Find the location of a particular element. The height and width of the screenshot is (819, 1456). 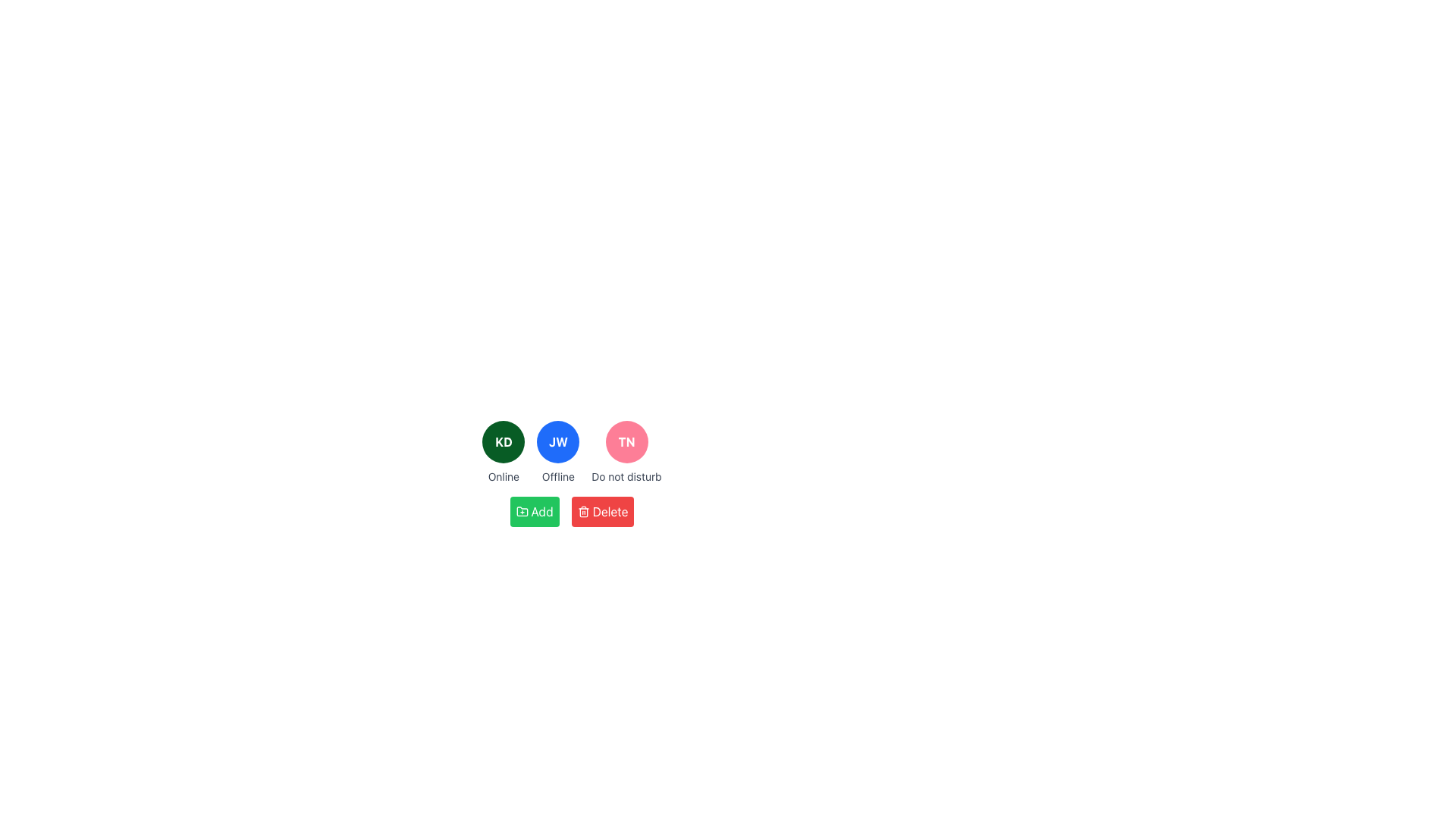

the green 'Add' button with a white folder icon and '+' symbol is located at coordinates (535, 512).